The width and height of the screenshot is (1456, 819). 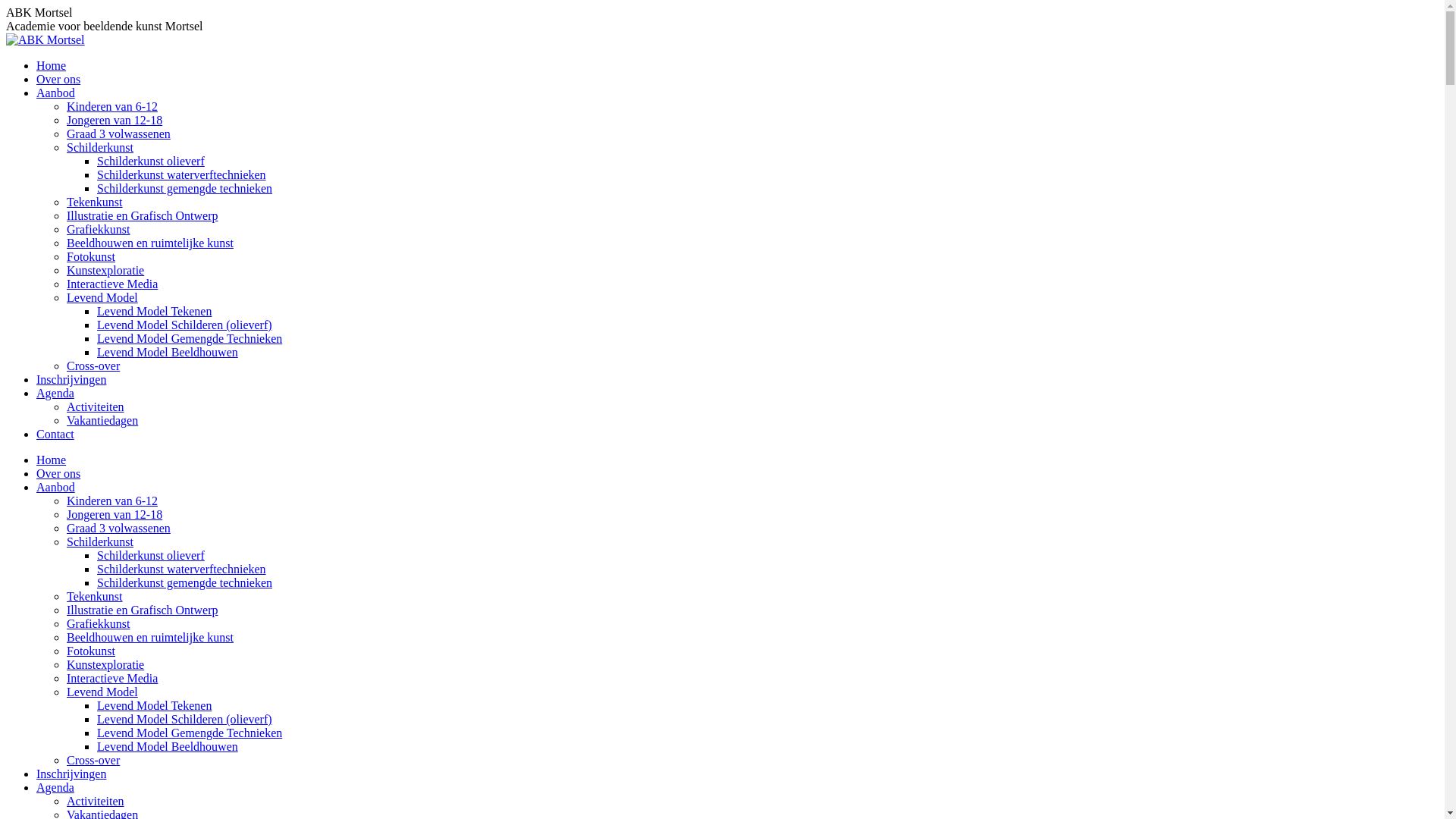 I want to click on 'Activiteiten', so click(x=94, y=800).